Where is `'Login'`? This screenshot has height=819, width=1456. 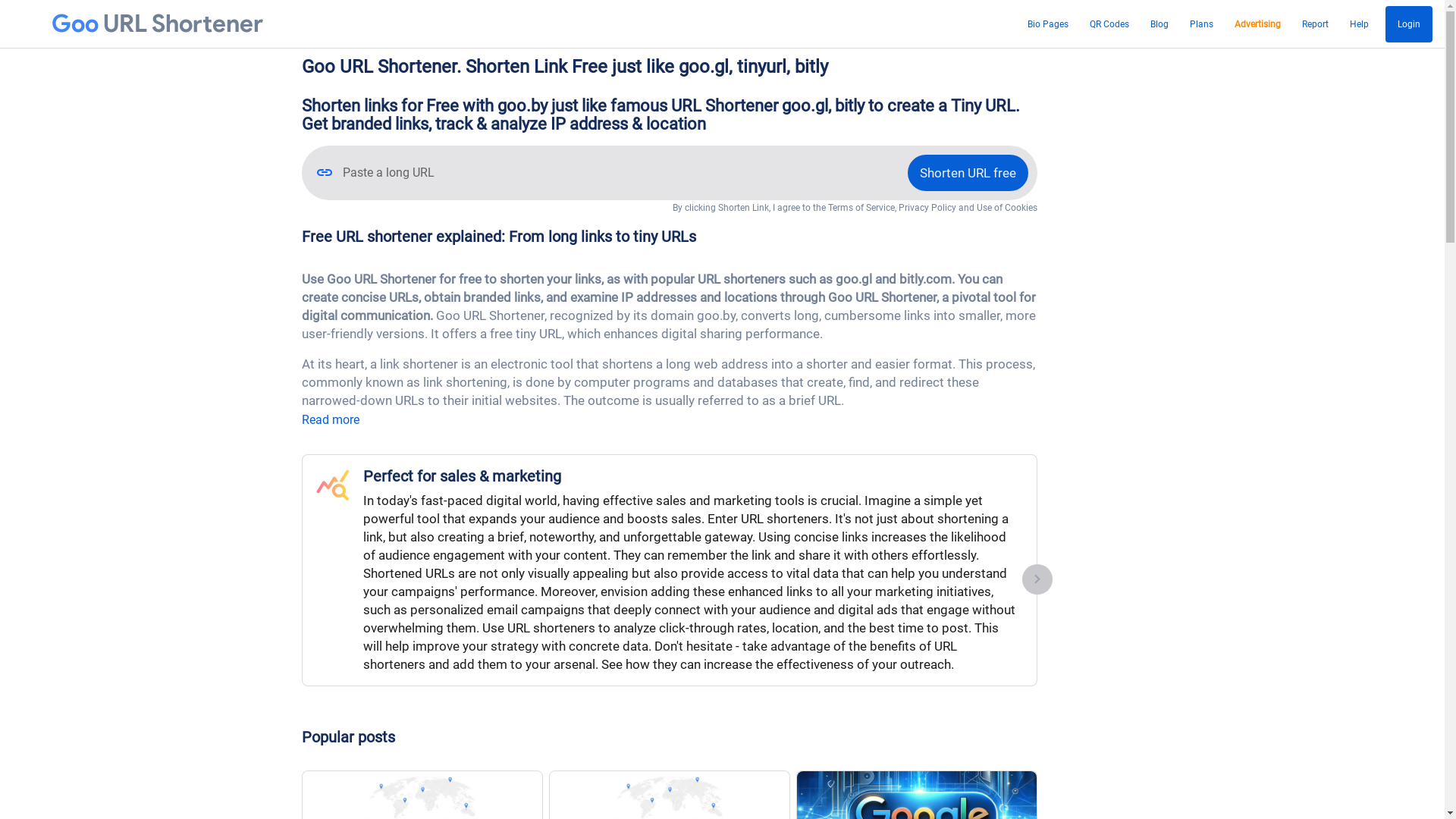 'Login' is located at coordinates (1385, 24).